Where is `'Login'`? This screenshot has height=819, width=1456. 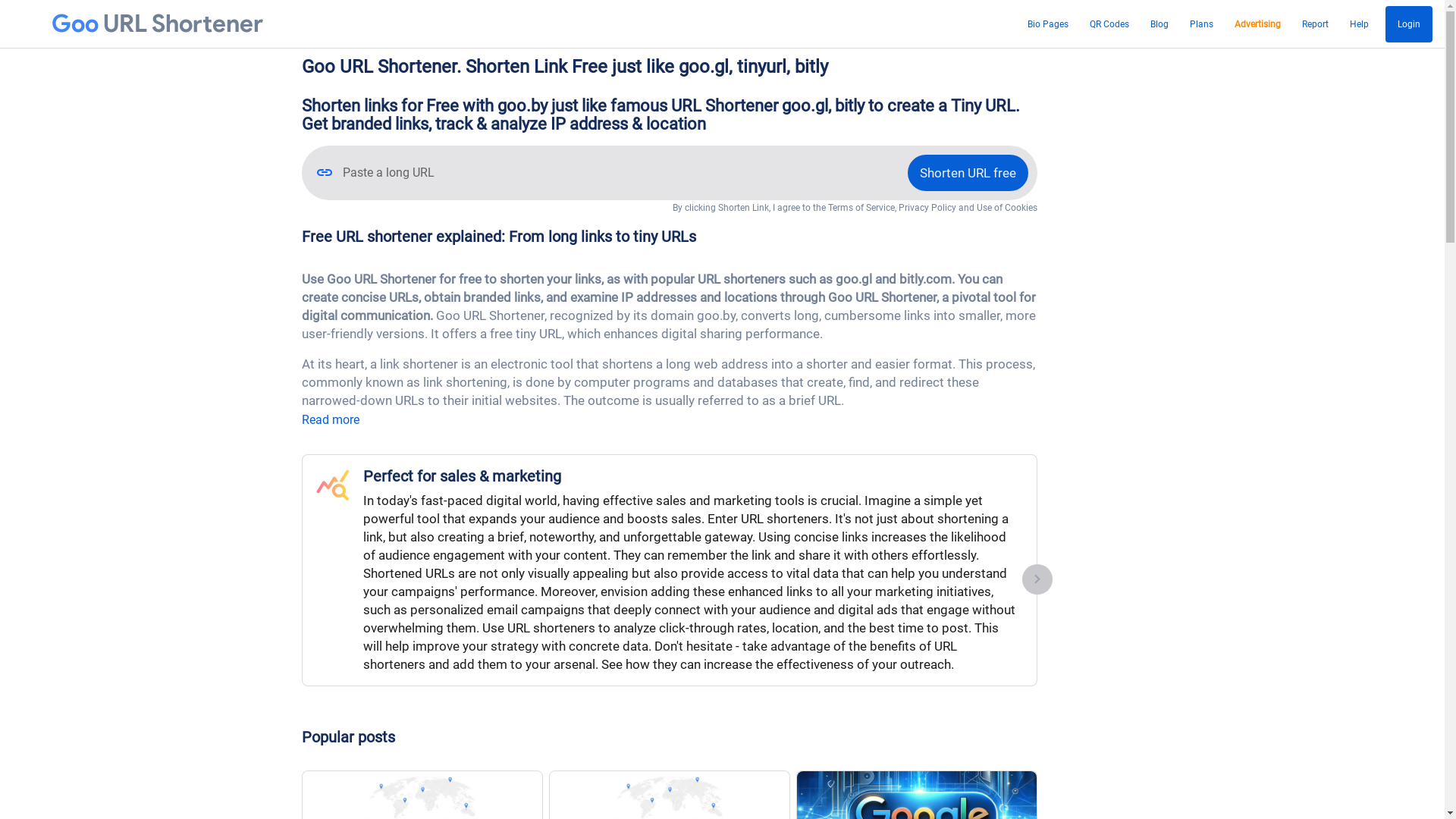 'Login' is located at coordinates (1385, 24).